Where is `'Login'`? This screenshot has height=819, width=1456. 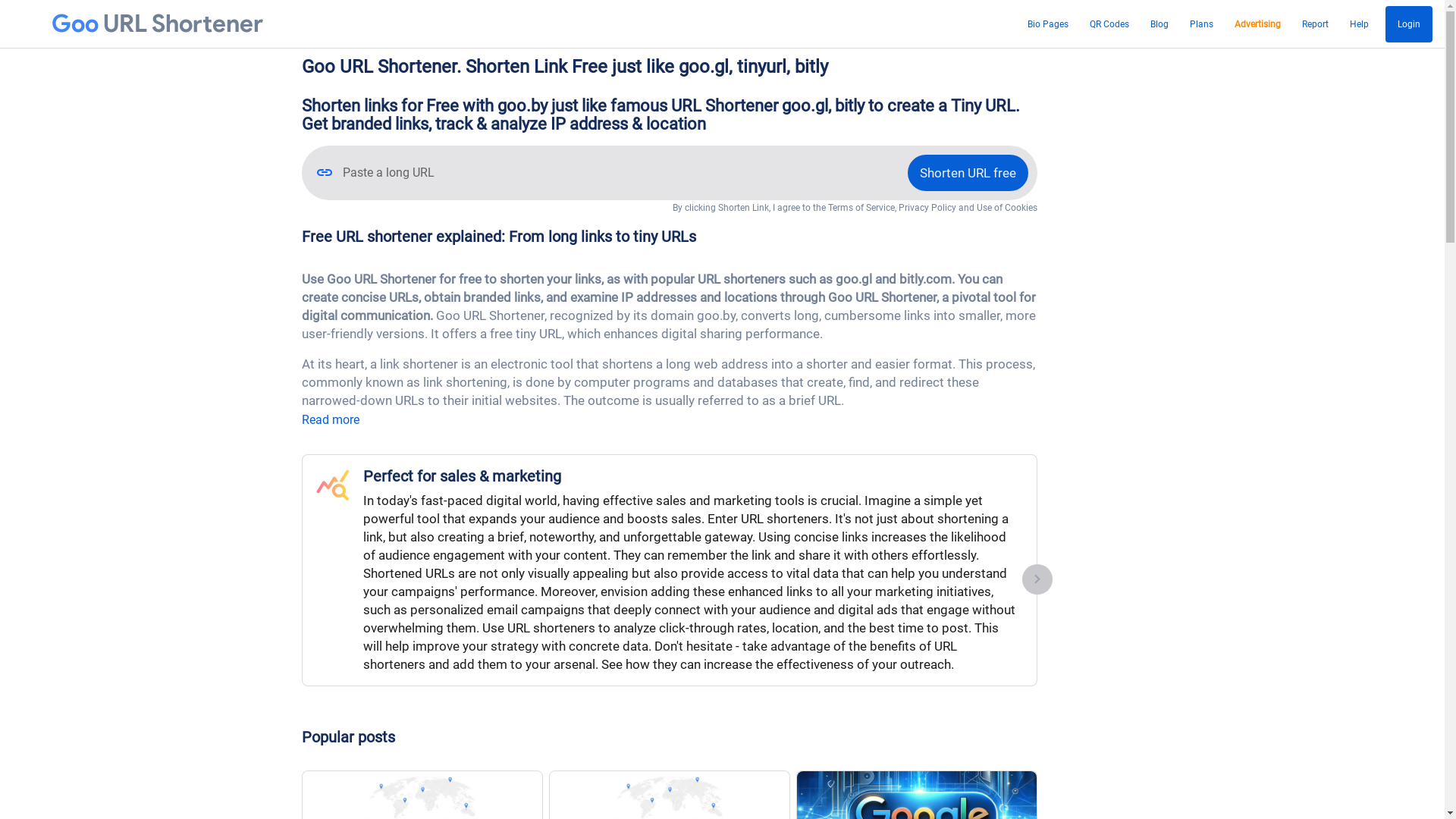 'Login' is located at coordinates (1385, 24).